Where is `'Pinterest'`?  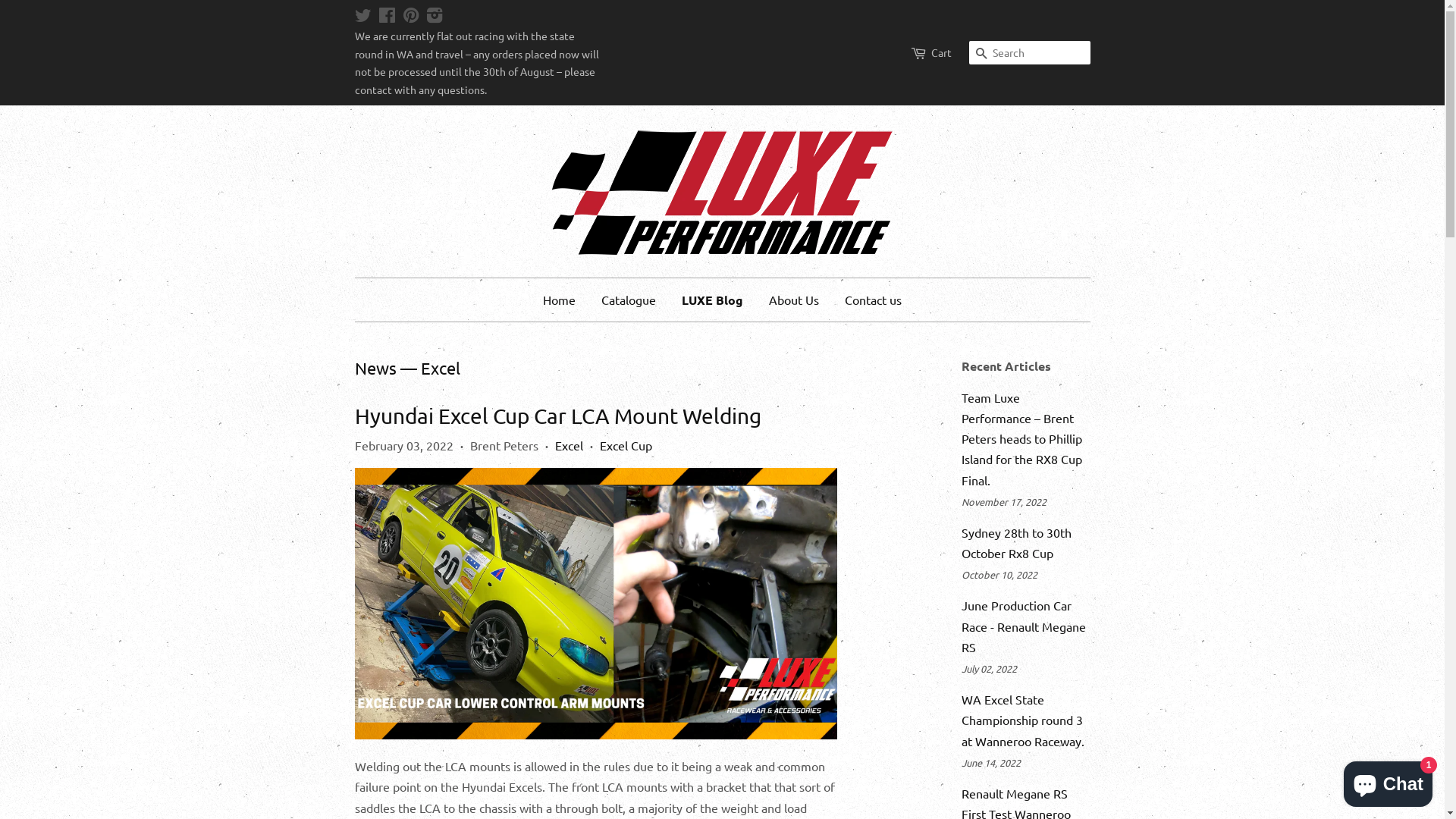
'Pinterest' is located at coordinates (410, 17).